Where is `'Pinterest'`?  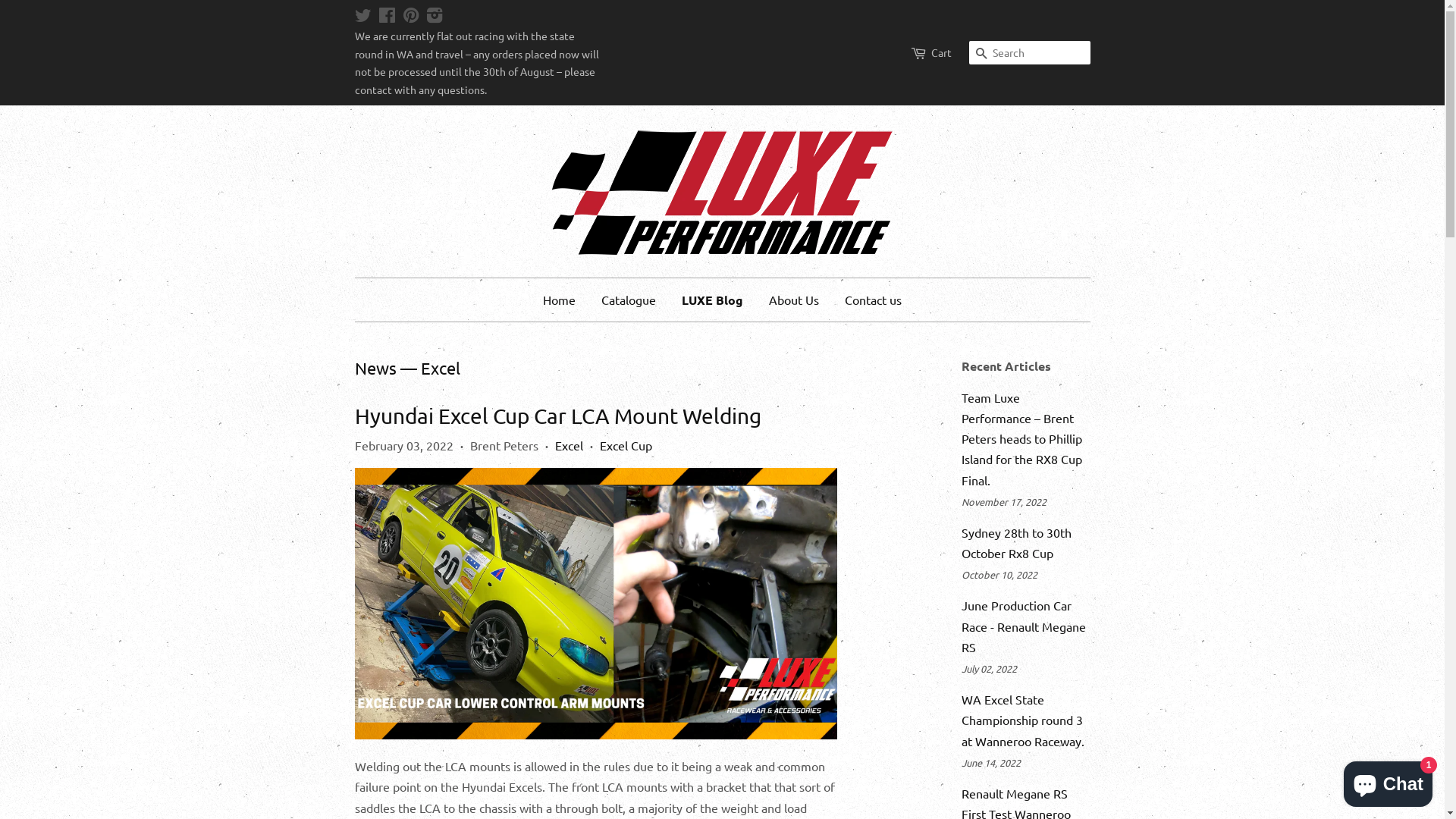
'Pinterest' is located at coordinates (410, 17).